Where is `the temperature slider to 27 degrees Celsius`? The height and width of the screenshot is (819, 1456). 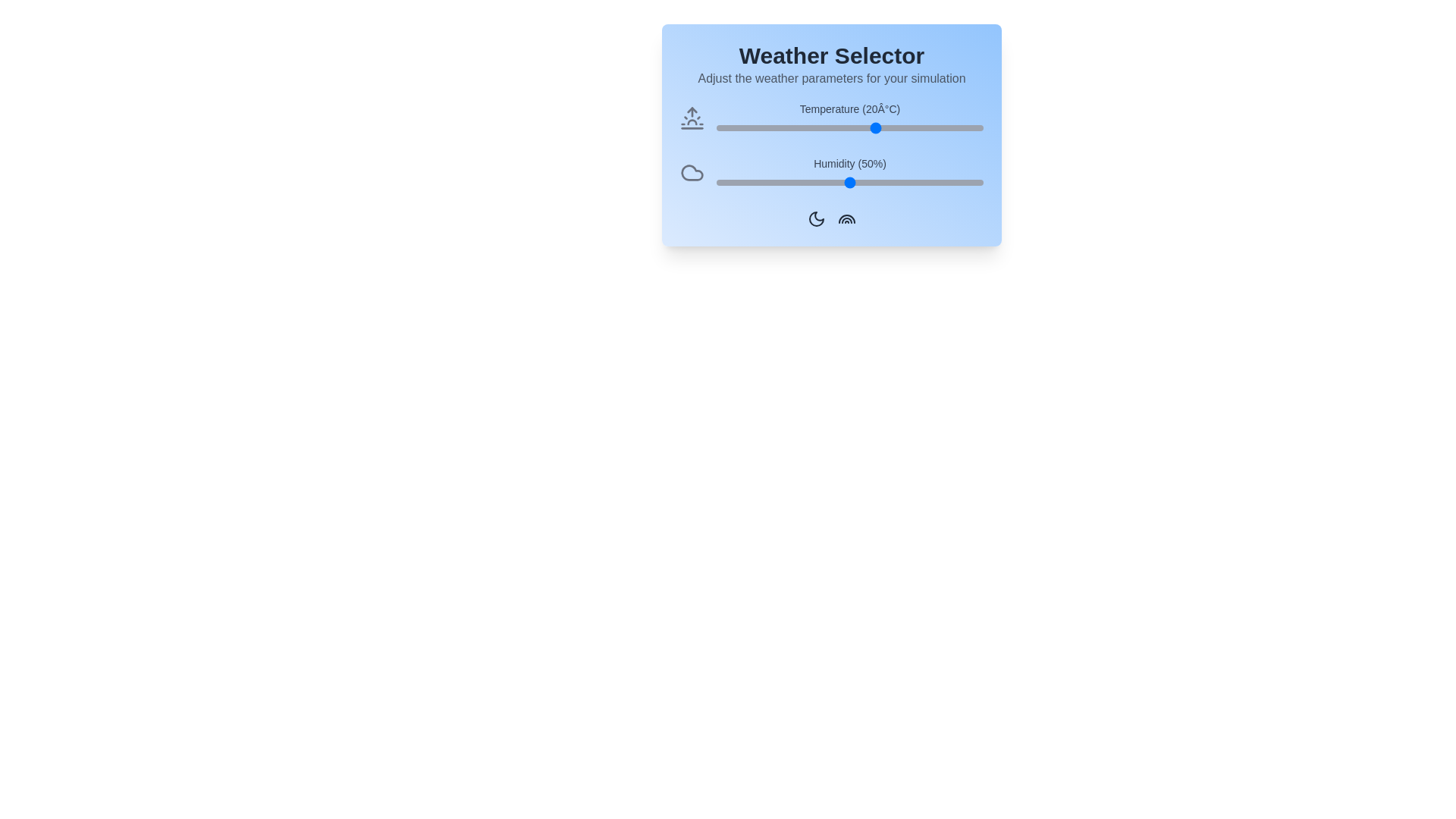
the temperature slider to 27 degrees Celsius is located at coordinates (913, 127).